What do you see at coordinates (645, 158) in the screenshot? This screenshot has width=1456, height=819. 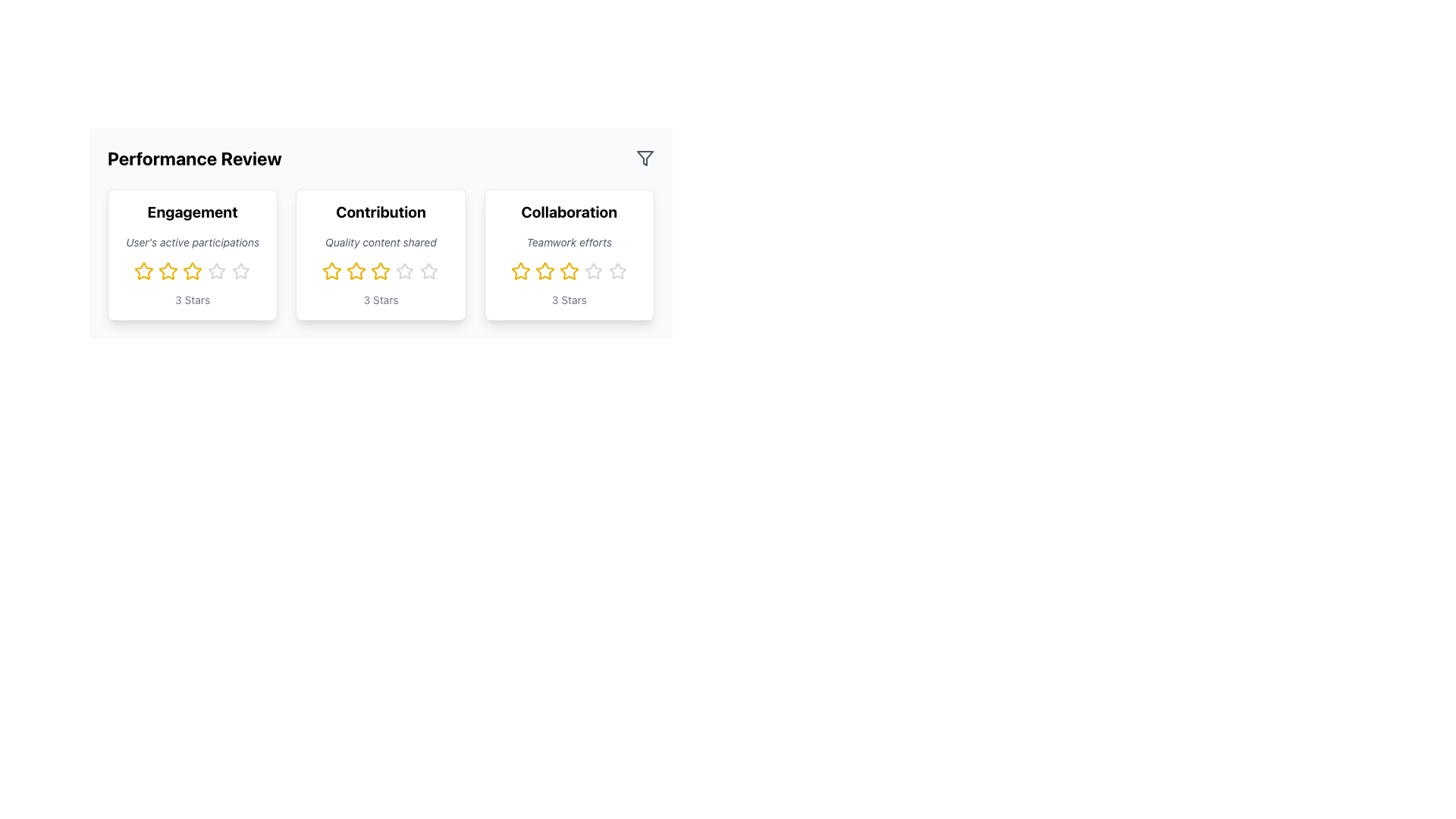 I see `the SVG filter icon located in the top-right corner of the 'Performance Review' header` at bounding box center [645, 158].